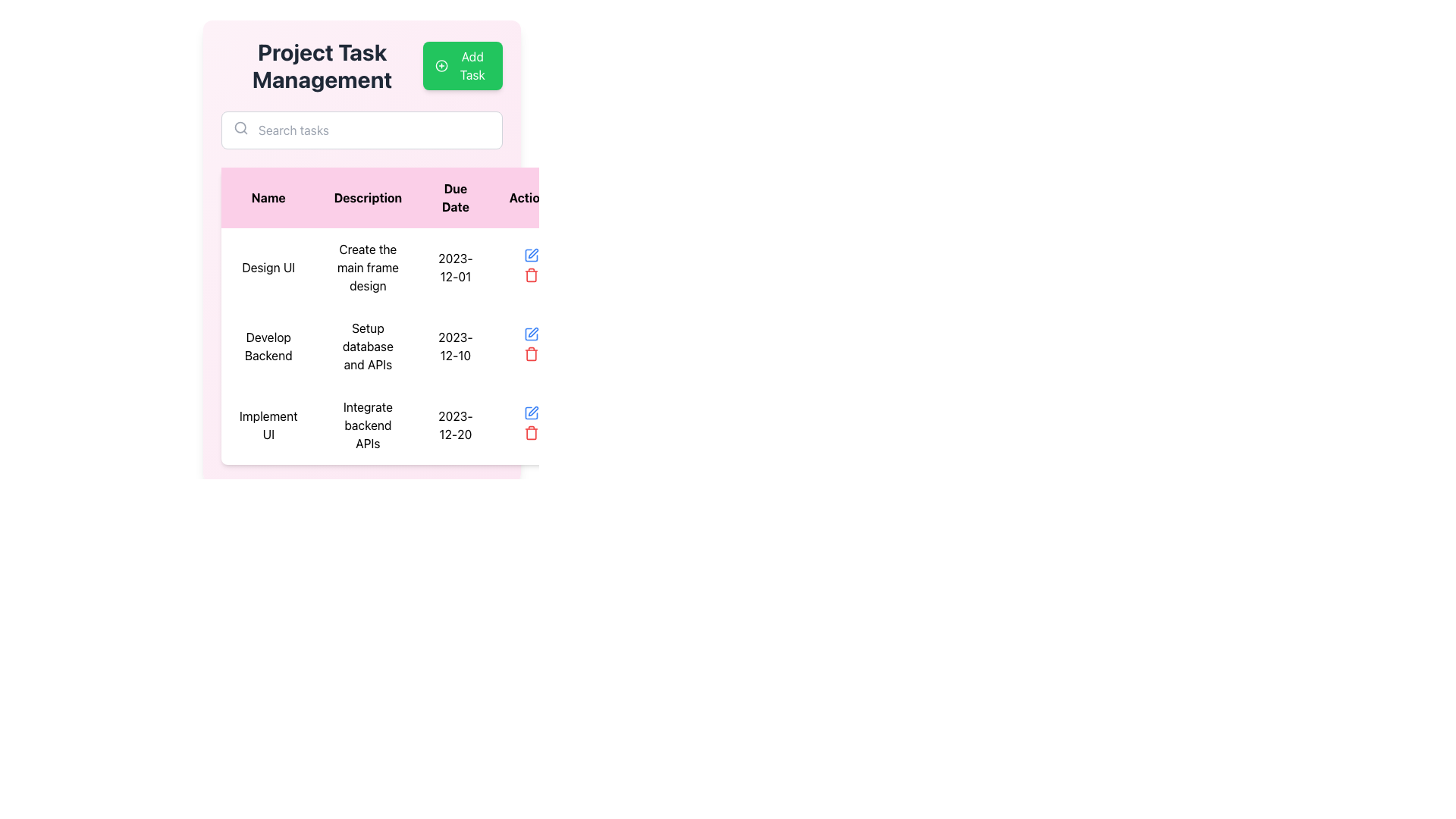 Image resolution: width=1456 pixels, height=819 pixels. I want to click on the text label for the 'Implement UI' task located in the third row of the table under the 'Name' column, so click(268, 425).